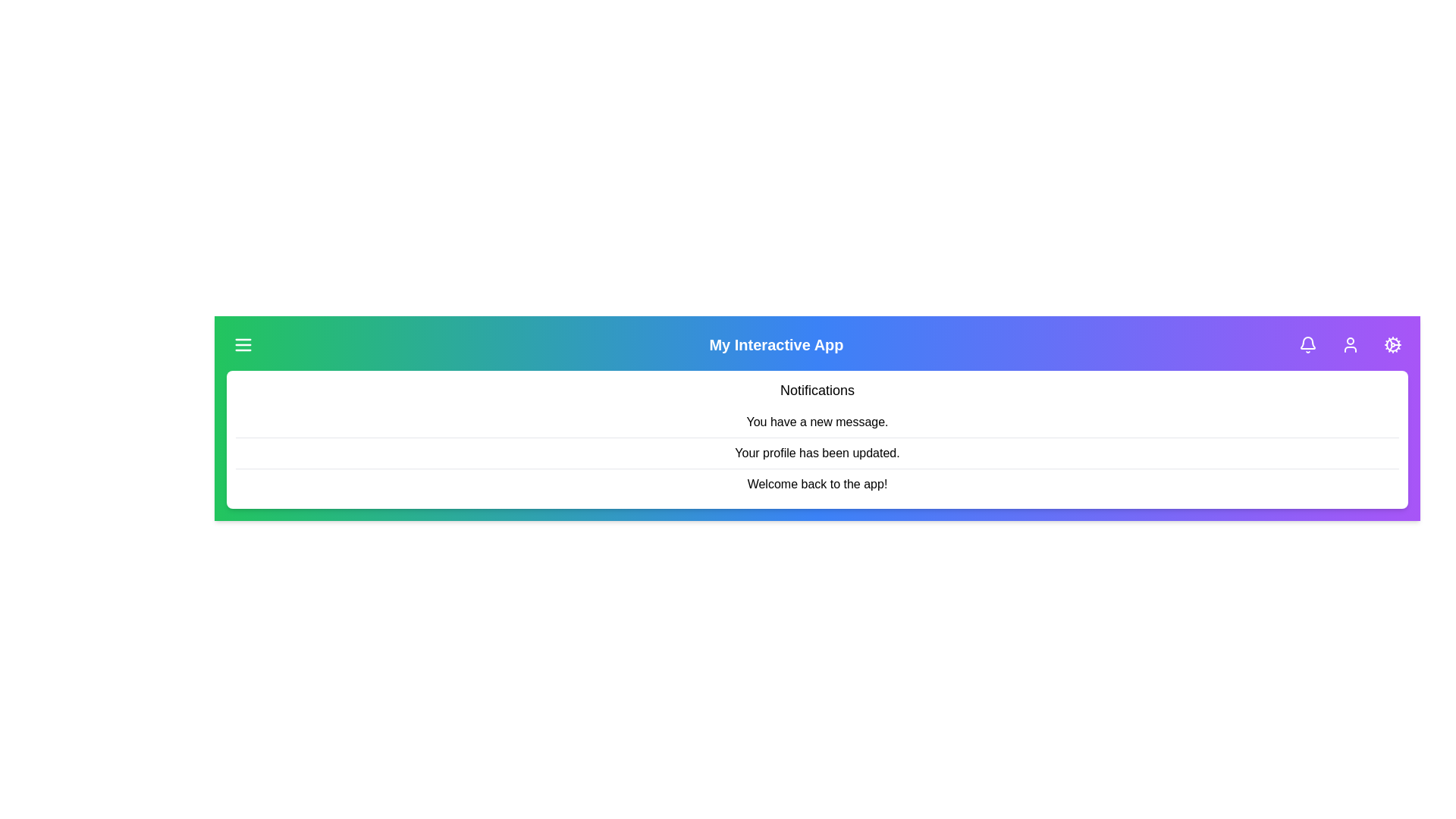 Image resolution: width=1456 pixels, height=819 pixels. What do you see at coordinates (1350, 345) in the screenshot?
I see `the user profile button` at bounding box center [1350, 345].